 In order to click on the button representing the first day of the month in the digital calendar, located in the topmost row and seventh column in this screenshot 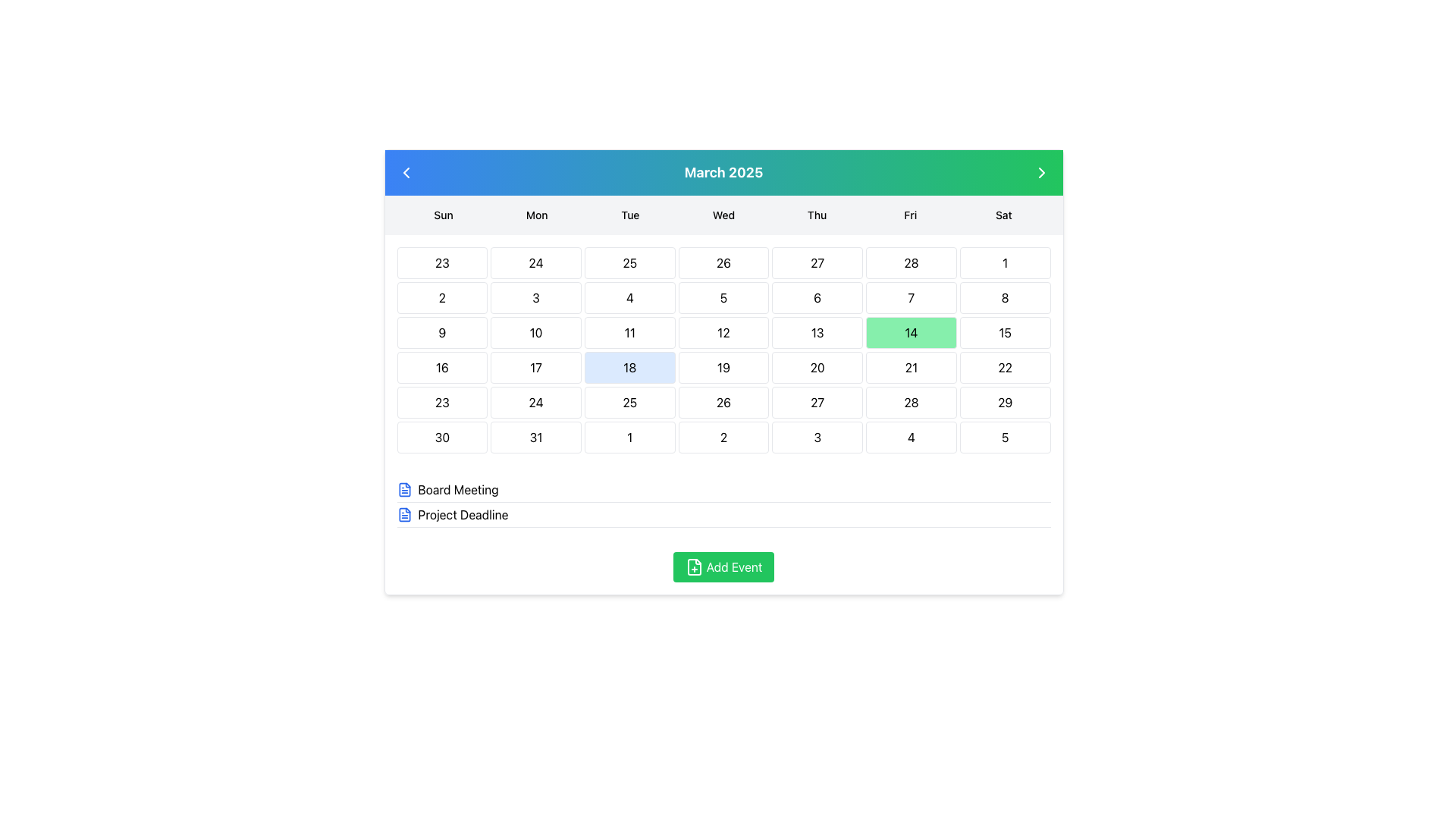, I will do `click(1005, 262)`.